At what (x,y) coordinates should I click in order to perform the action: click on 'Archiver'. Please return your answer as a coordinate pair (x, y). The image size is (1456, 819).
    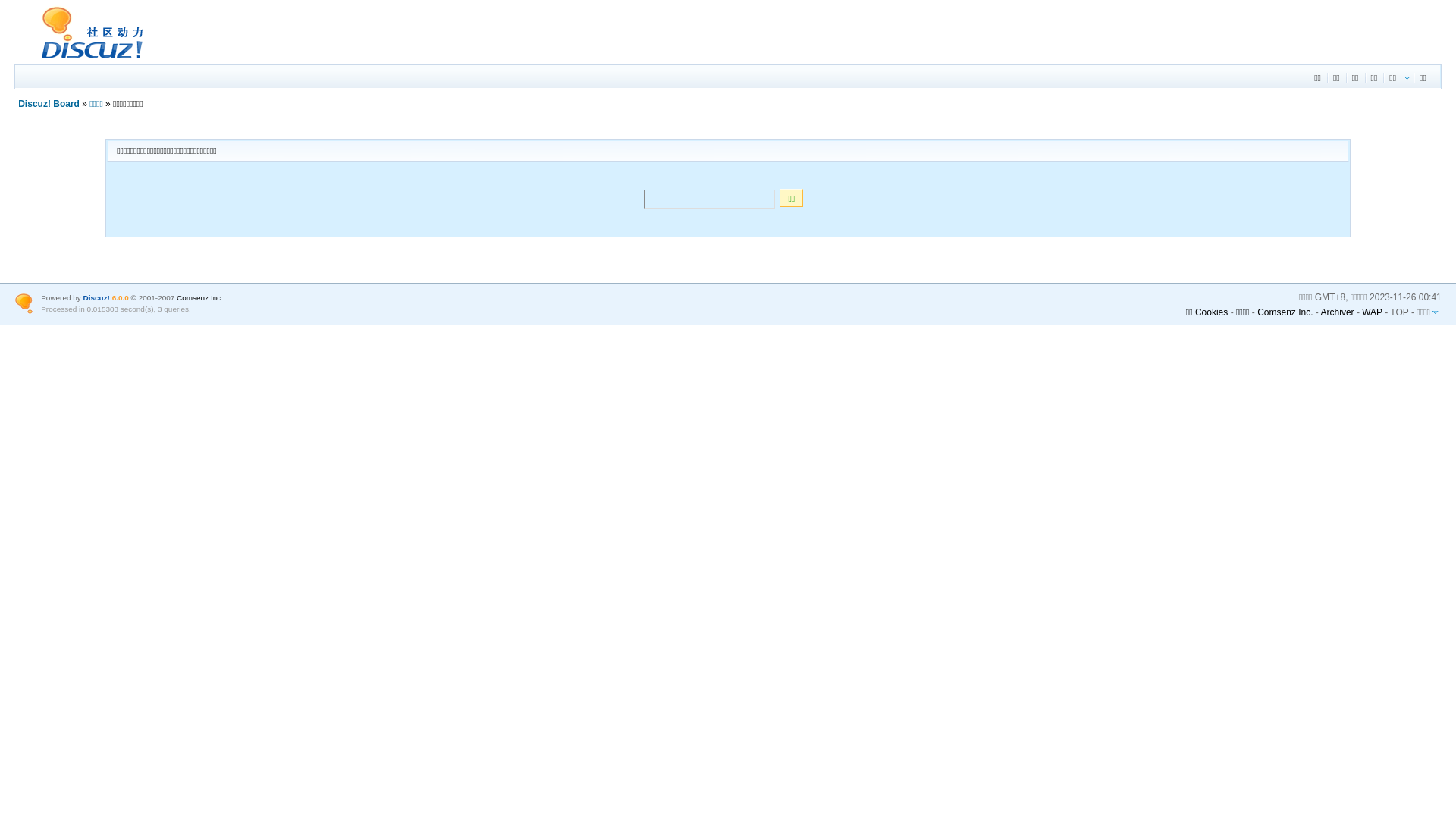
    Looking at the image, I should click on (1337, 312).